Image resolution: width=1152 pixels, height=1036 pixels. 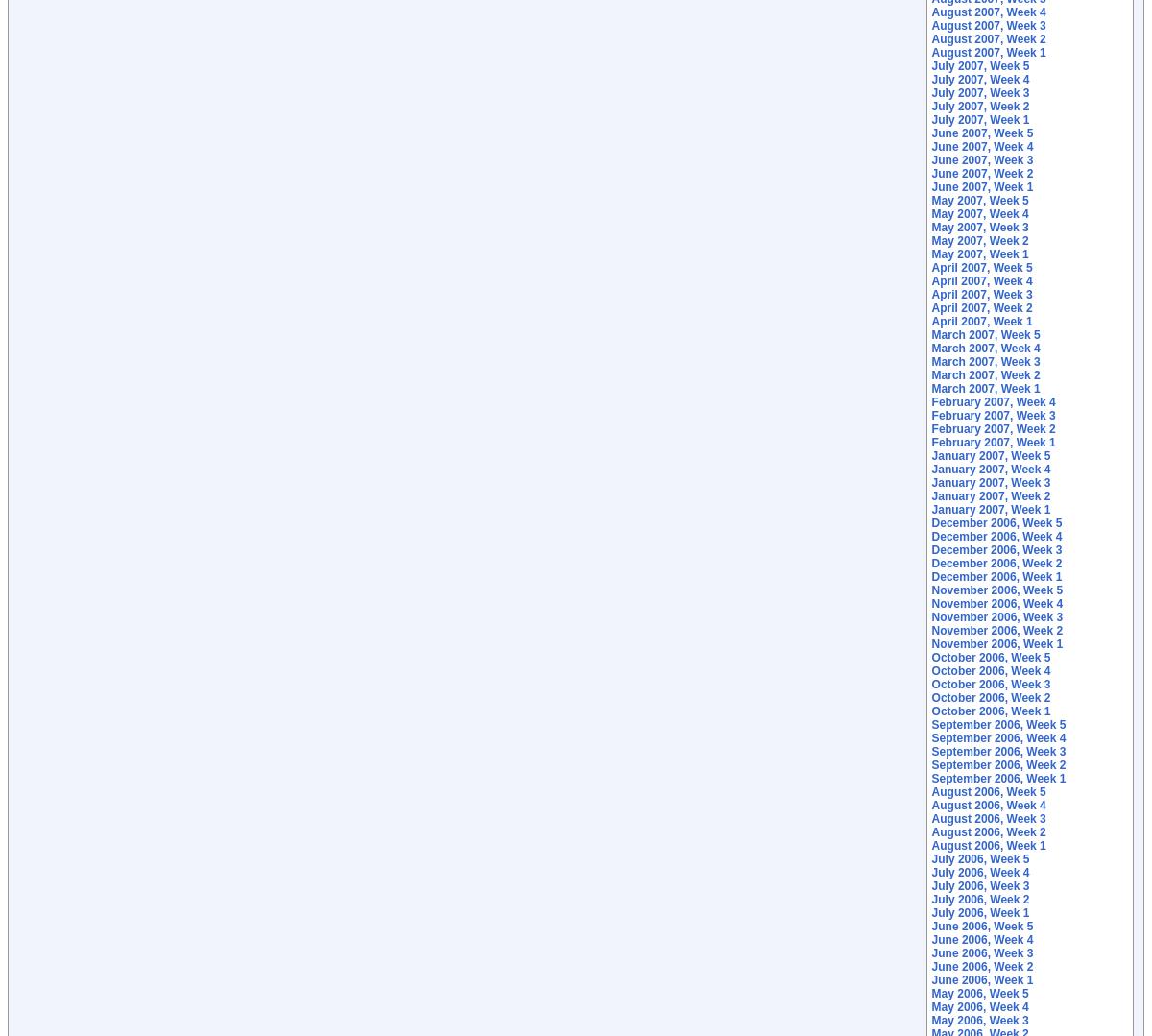 What do you see at coordinates (996, 590) in the screenshot?
I see `'November 2006, Week 5'` at bounding box center [996, 590].